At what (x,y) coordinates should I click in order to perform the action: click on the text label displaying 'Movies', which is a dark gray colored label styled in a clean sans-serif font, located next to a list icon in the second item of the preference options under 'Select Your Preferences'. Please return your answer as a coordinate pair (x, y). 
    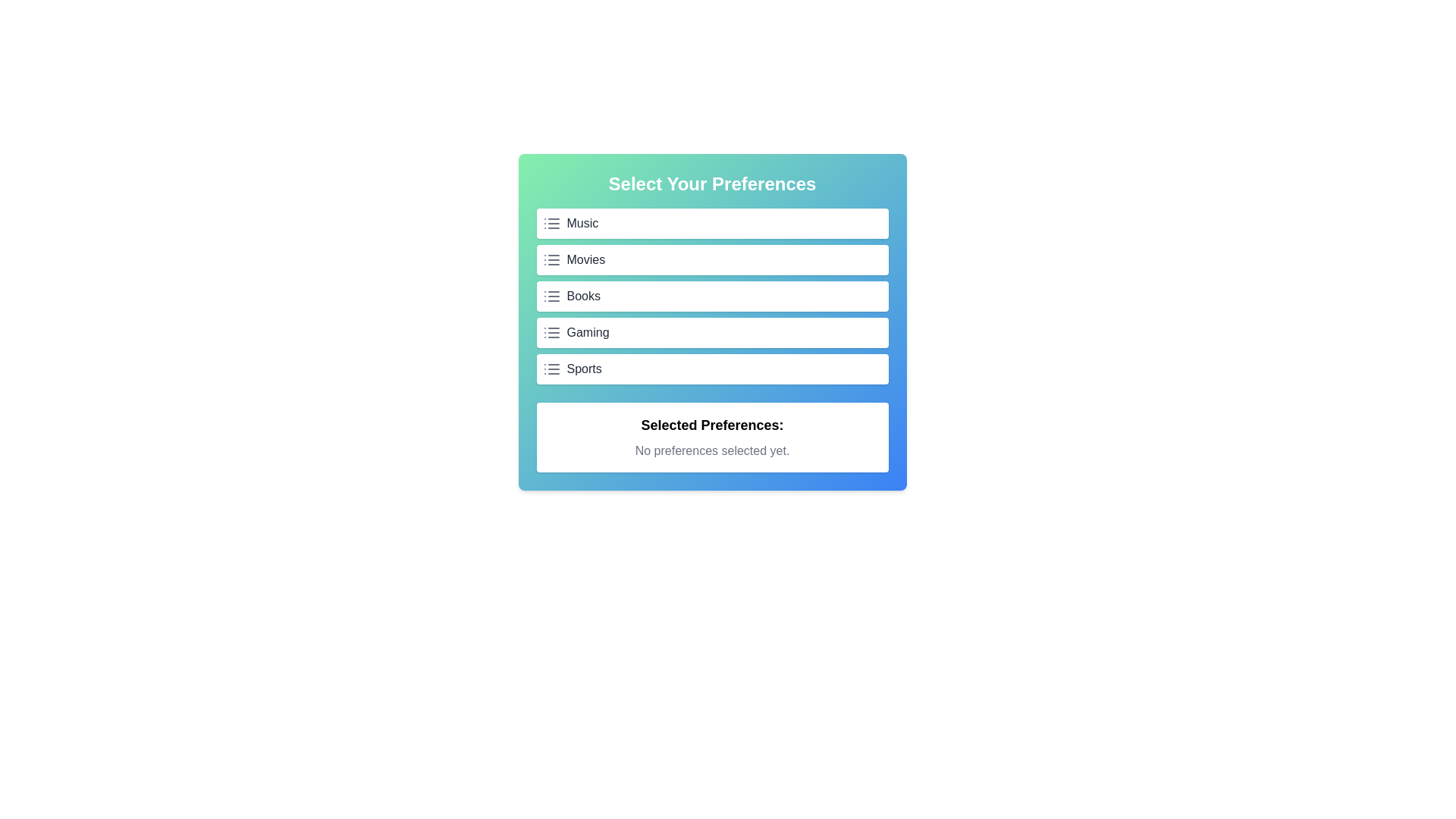
    Looking at the image, I should click on (585, 259).